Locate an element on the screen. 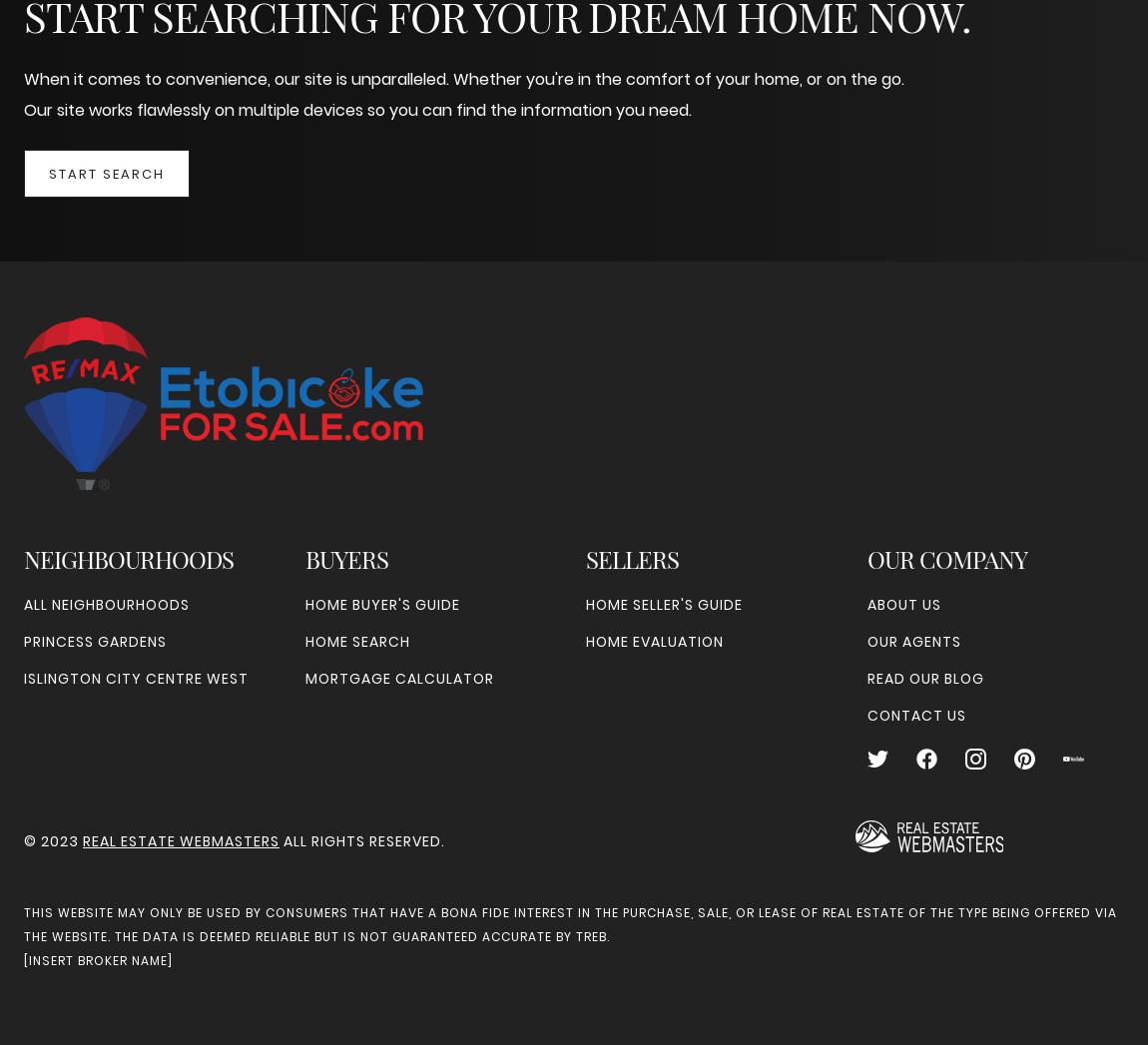  'Sellers' is located at coordinates (631, 559).